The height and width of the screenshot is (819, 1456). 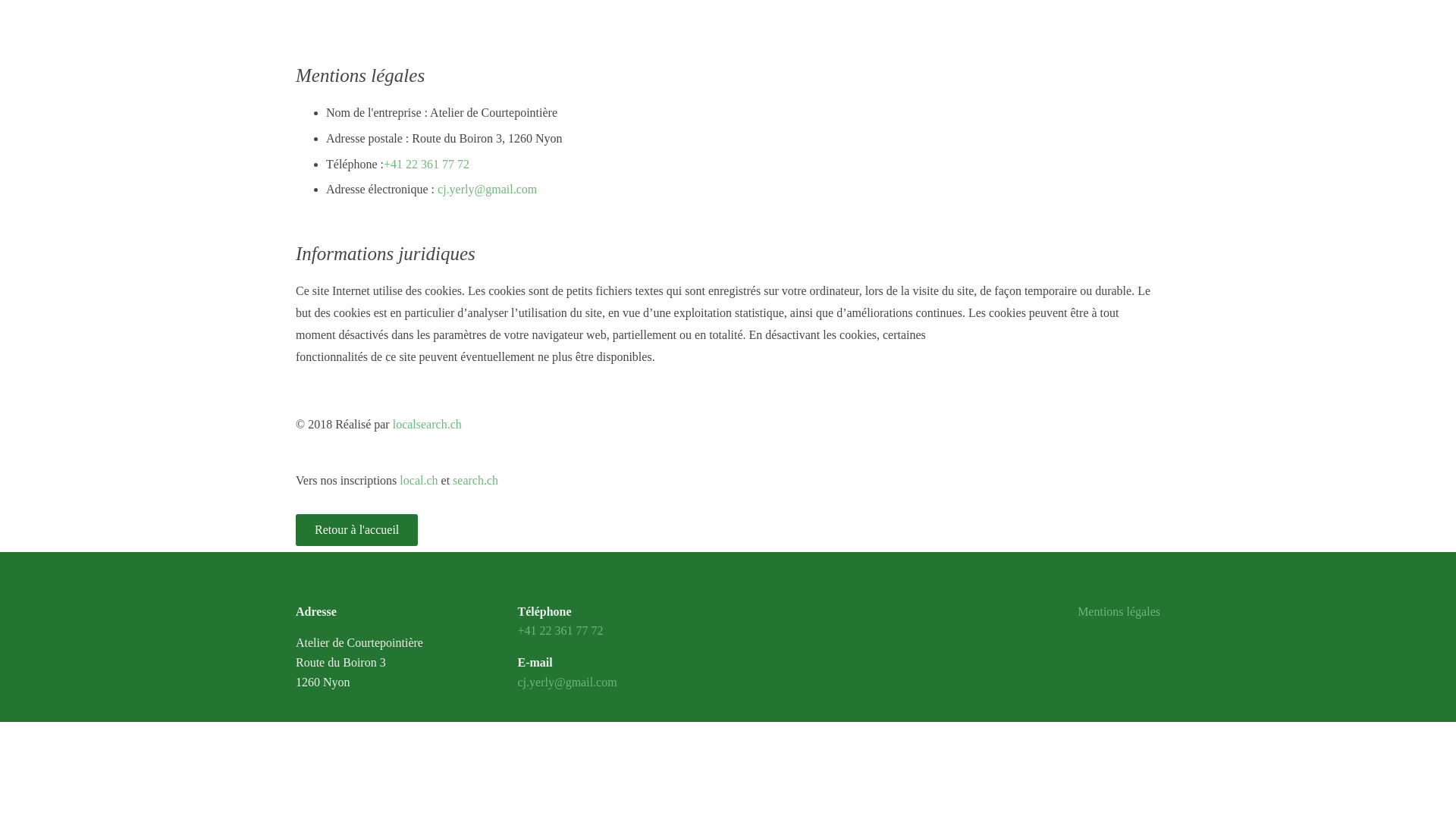 What do you see at coordinates (419, 480) in the screenshot?
I see `'local.ch'` at bounding box center [419, 480].